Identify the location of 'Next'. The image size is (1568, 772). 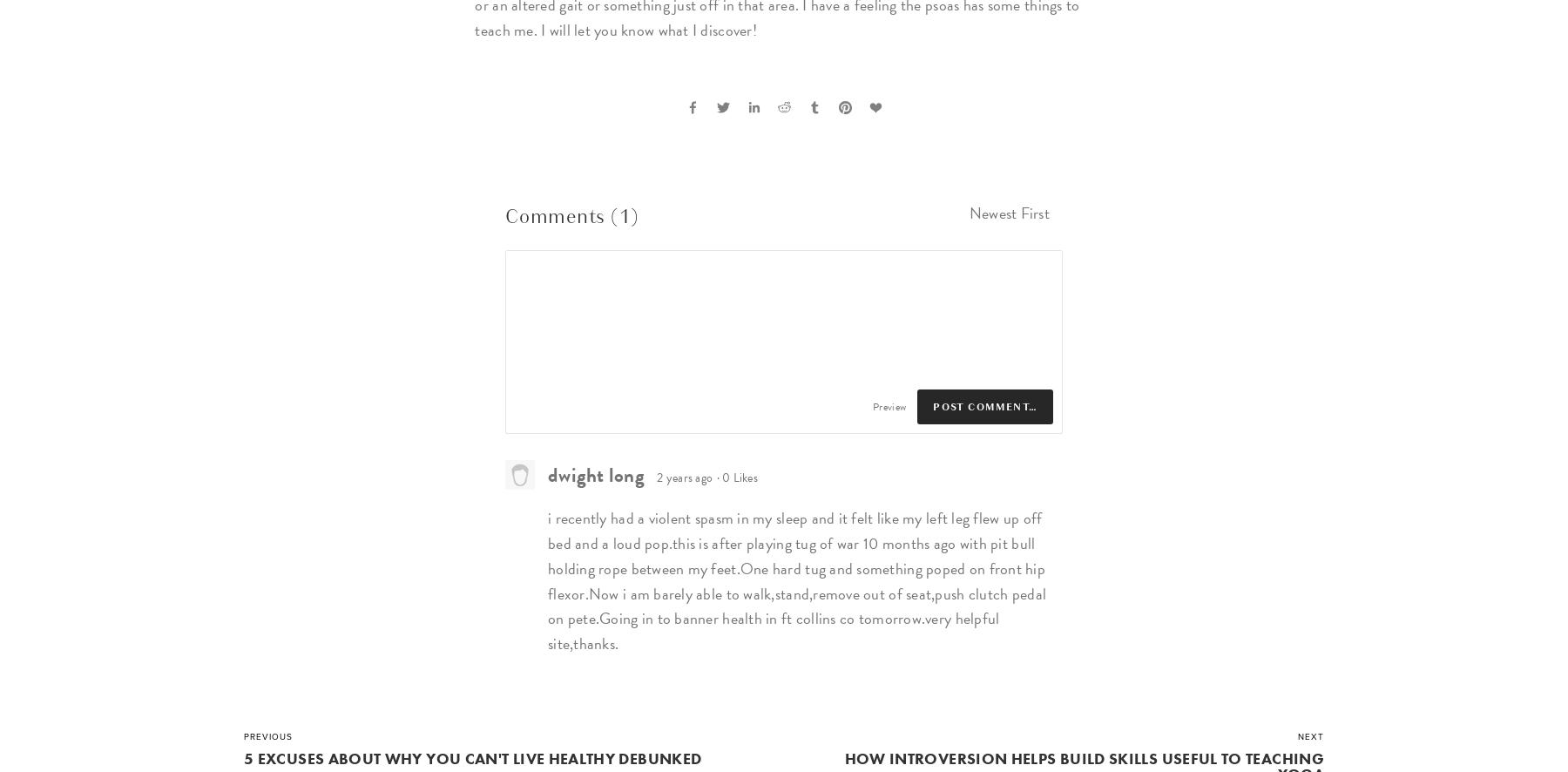
(1298, 735).